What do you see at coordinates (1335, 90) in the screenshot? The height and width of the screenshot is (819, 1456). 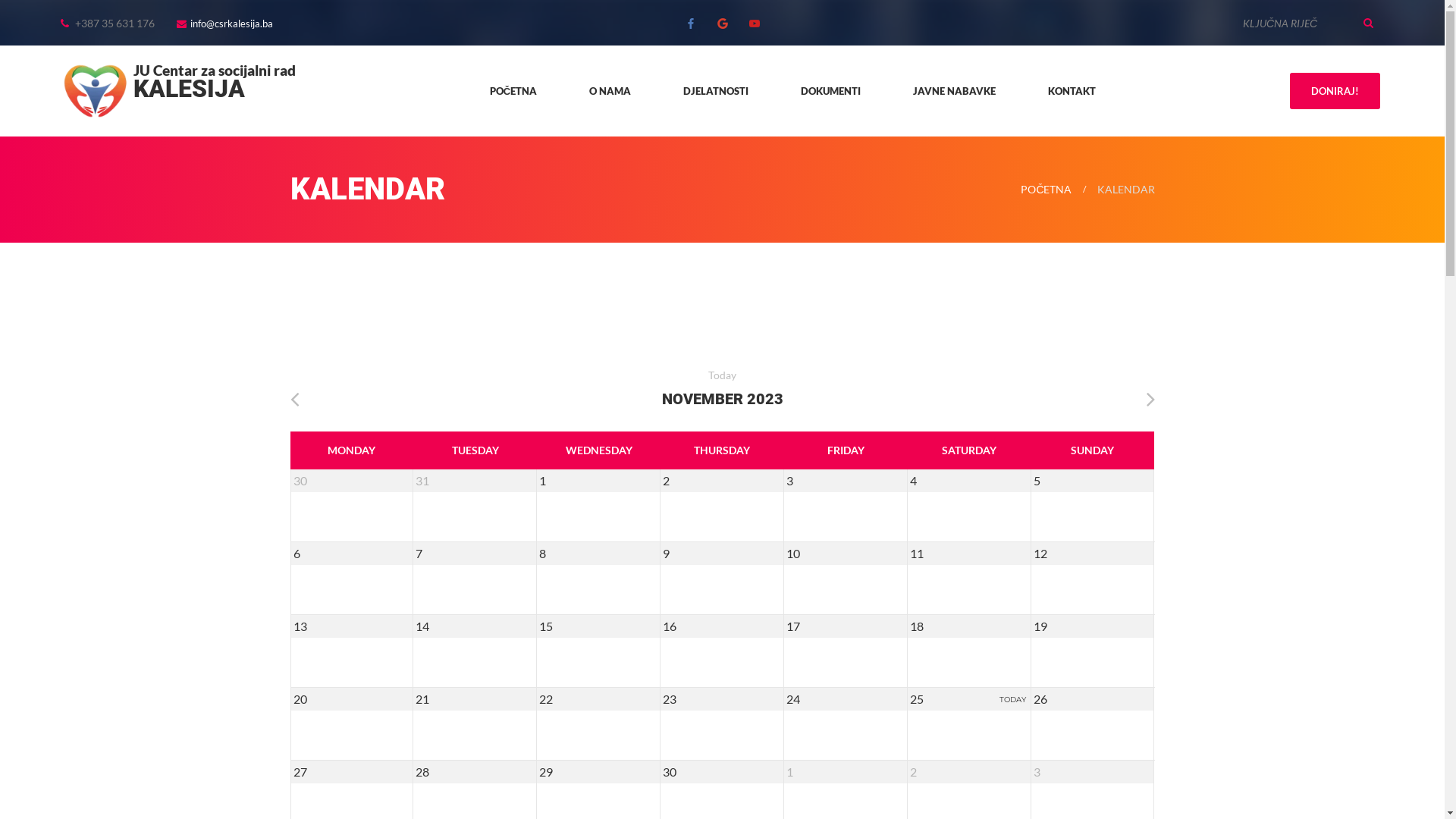 I see `'DONIRAJ!'` at bounding box center [1335, 90].